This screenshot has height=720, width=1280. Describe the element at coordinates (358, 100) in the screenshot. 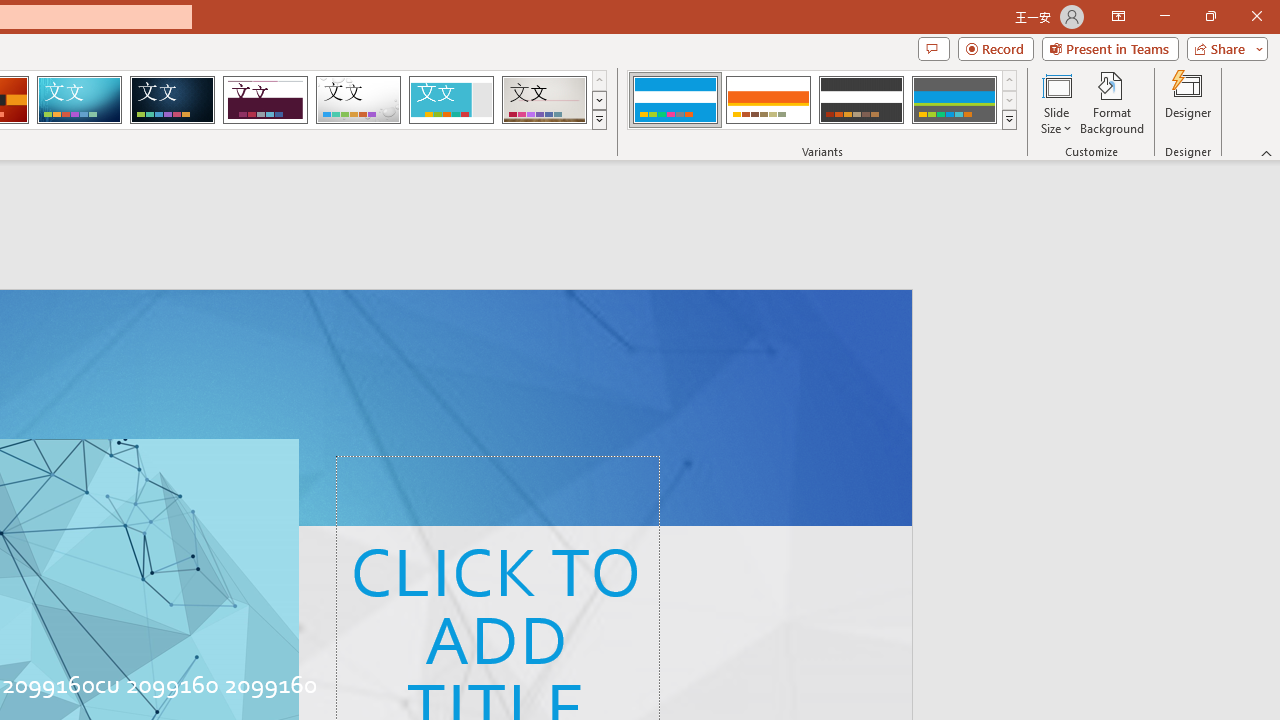

I see `'Droplet'` at that location.